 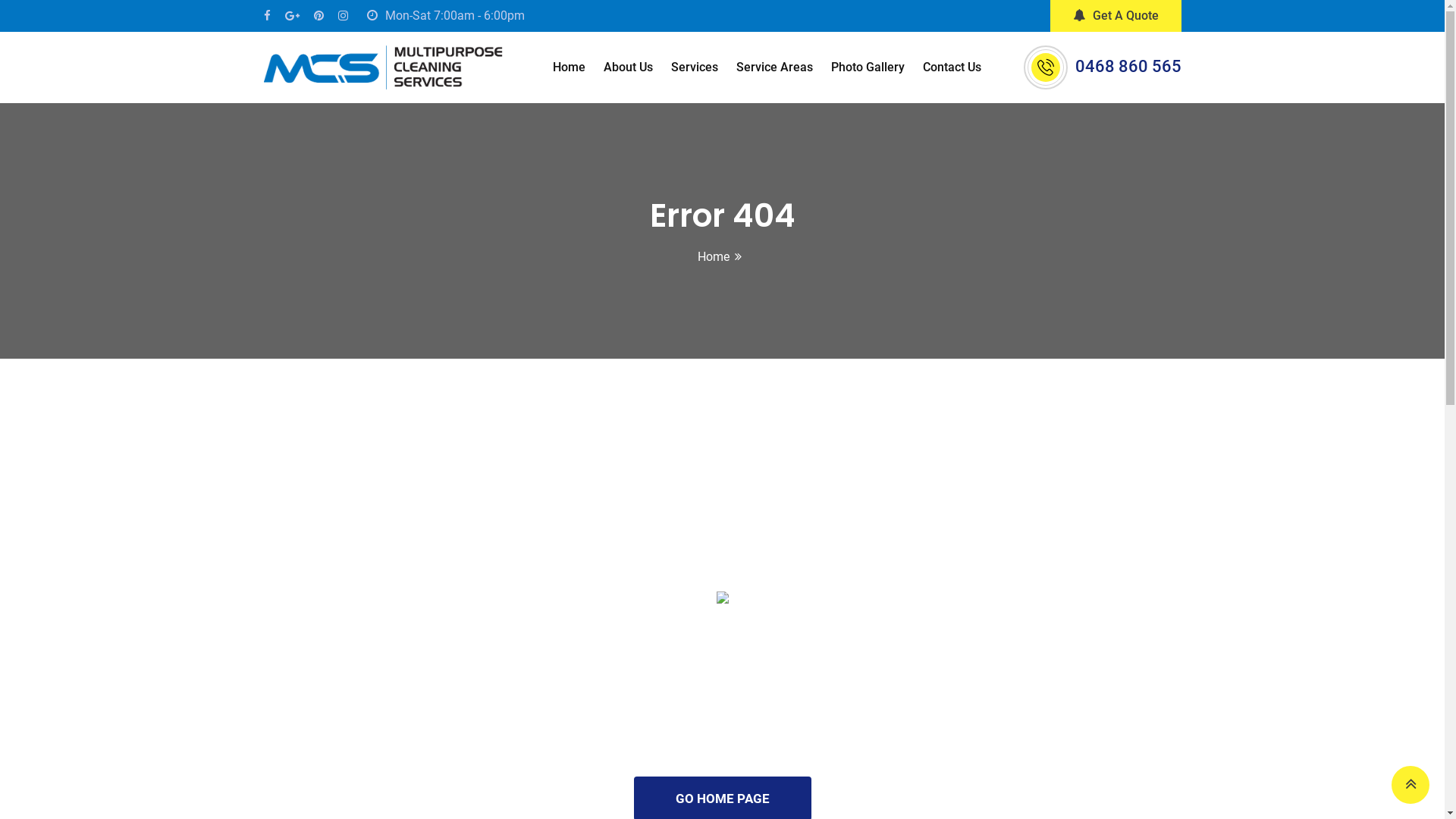 I want to click on 'Service Areas', so click(x=774, y=66).